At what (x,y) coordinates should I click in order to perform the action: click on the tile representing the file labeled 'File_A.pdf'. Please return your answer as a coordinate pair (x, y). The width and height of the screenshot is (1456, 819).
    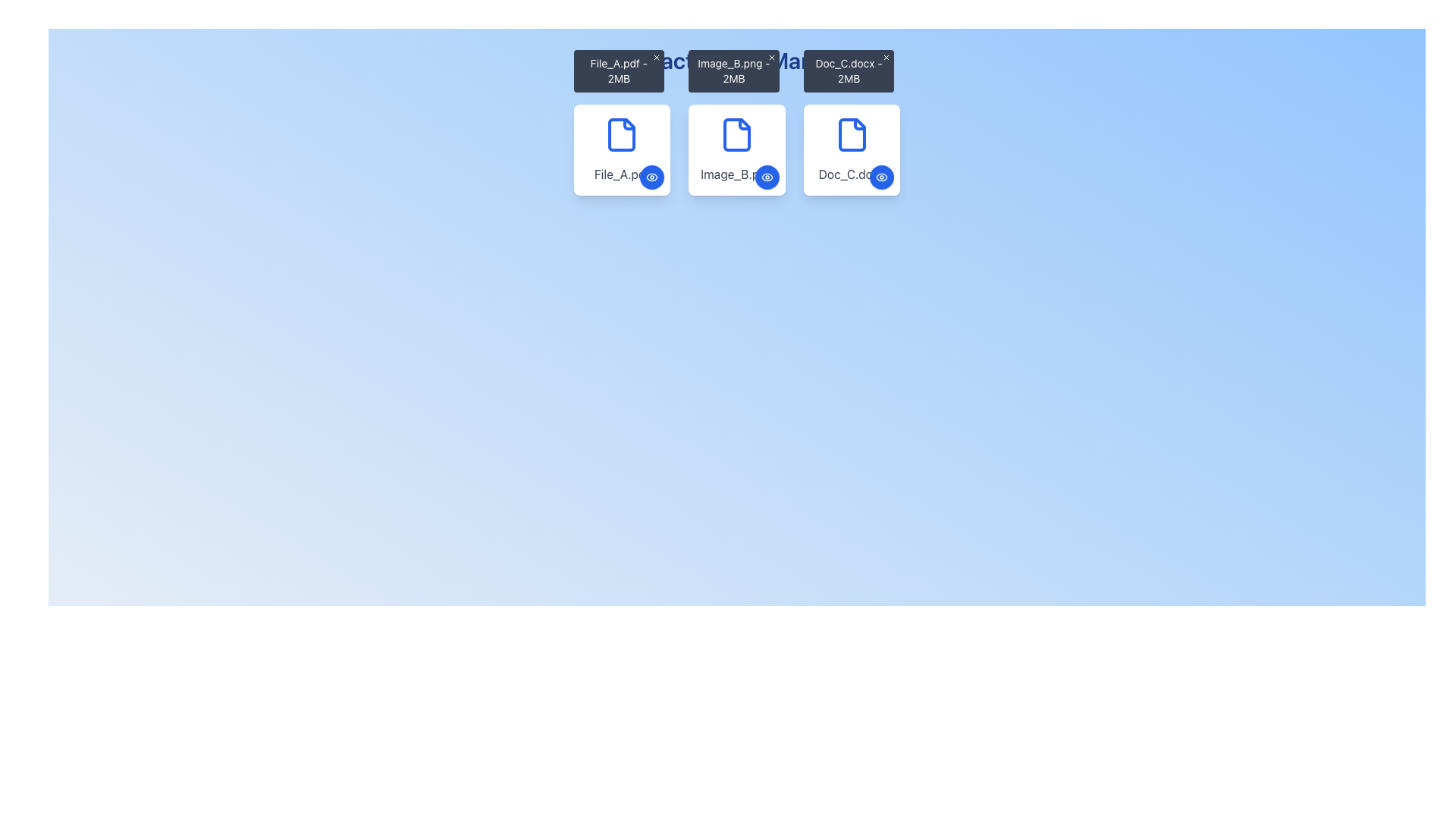
    Looking at the image, I should click on (622, 149).